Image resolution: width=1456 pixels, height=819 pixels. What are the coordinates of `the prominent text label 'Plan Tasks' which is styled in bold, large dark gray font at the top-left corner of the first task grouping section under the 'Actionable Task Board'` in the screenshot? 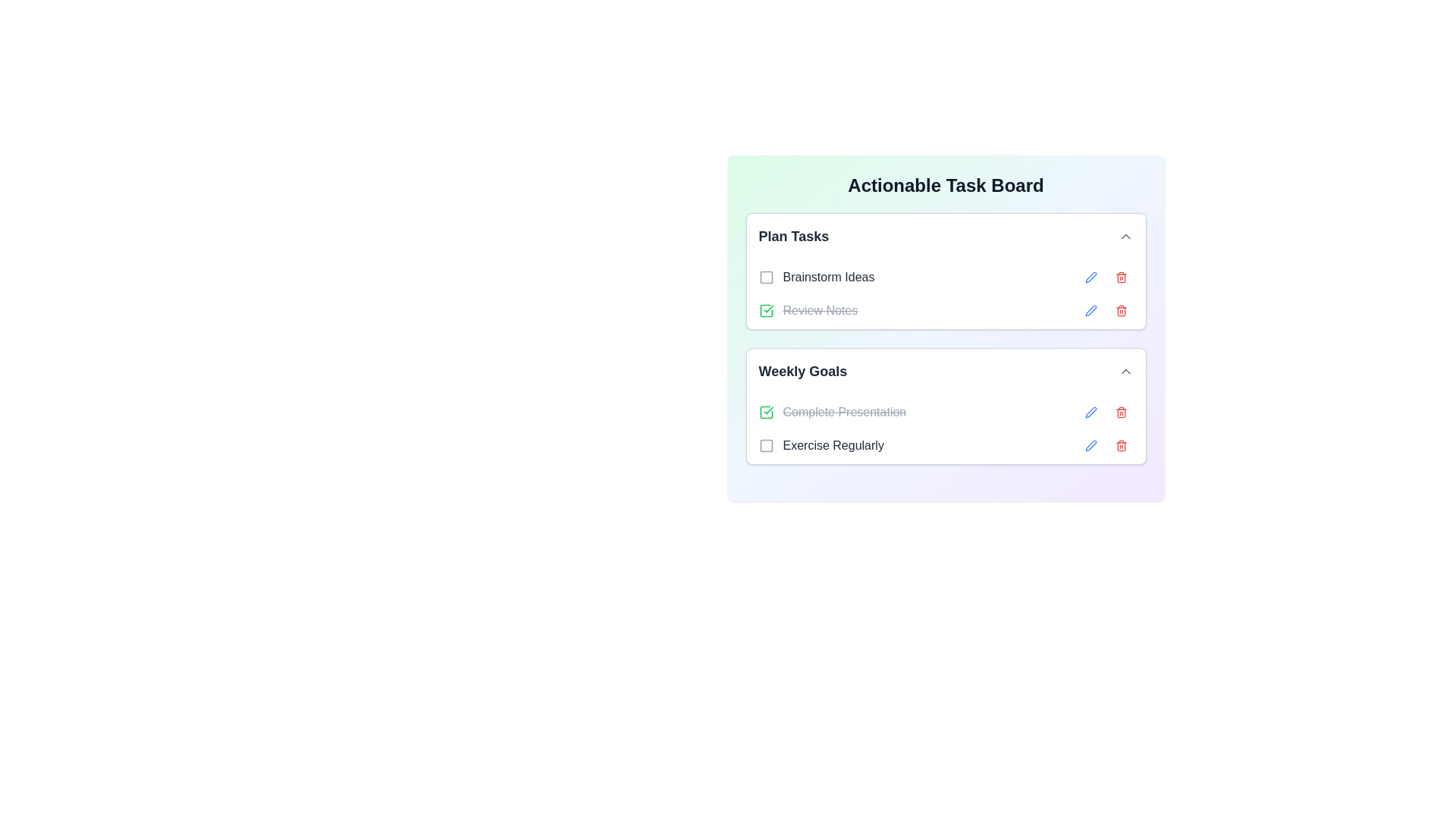 It's located at (792, 237).